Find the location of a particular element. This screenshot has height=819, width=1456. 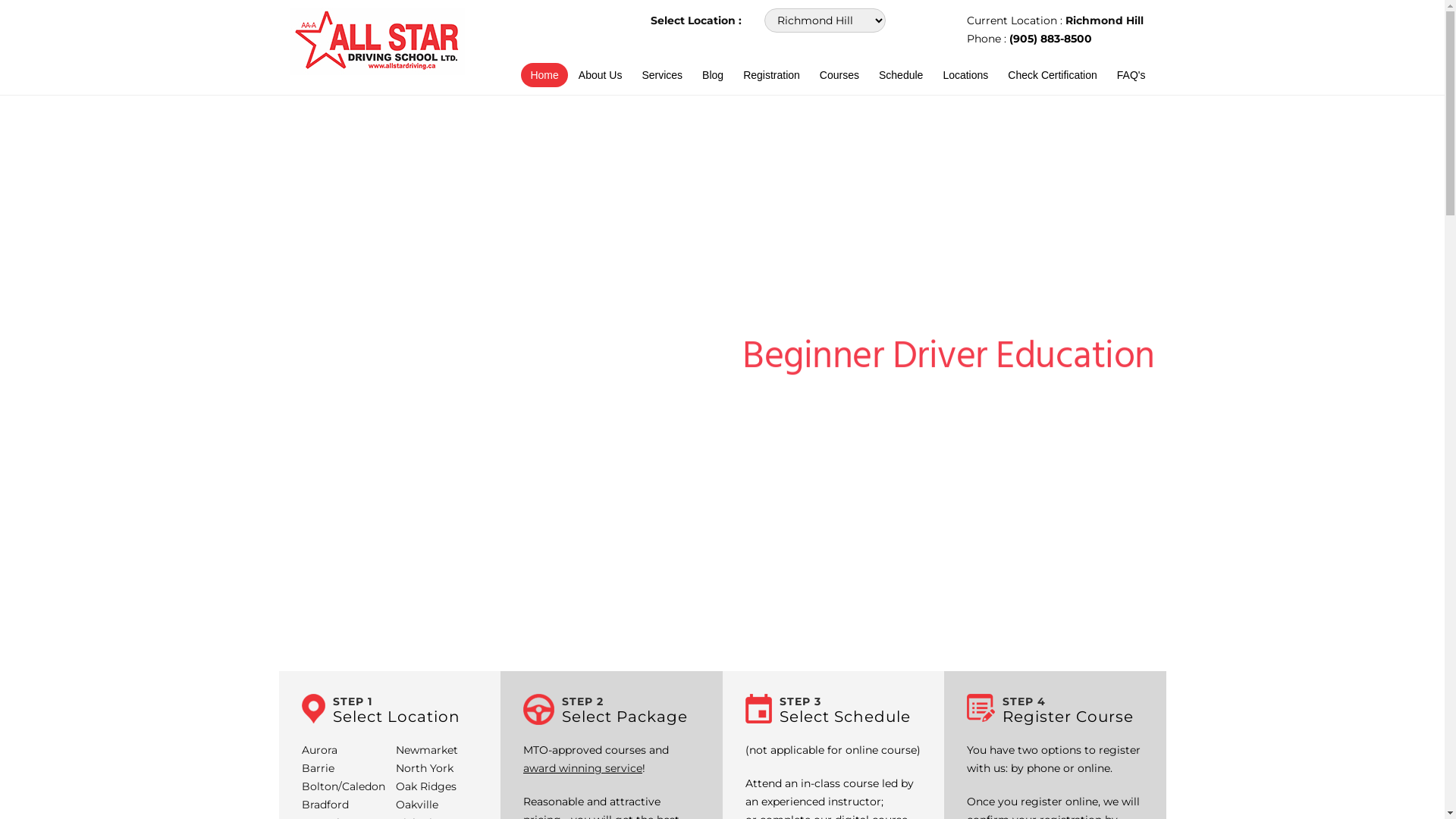

'Oak Ridges' is located at coordinates (425, 786).